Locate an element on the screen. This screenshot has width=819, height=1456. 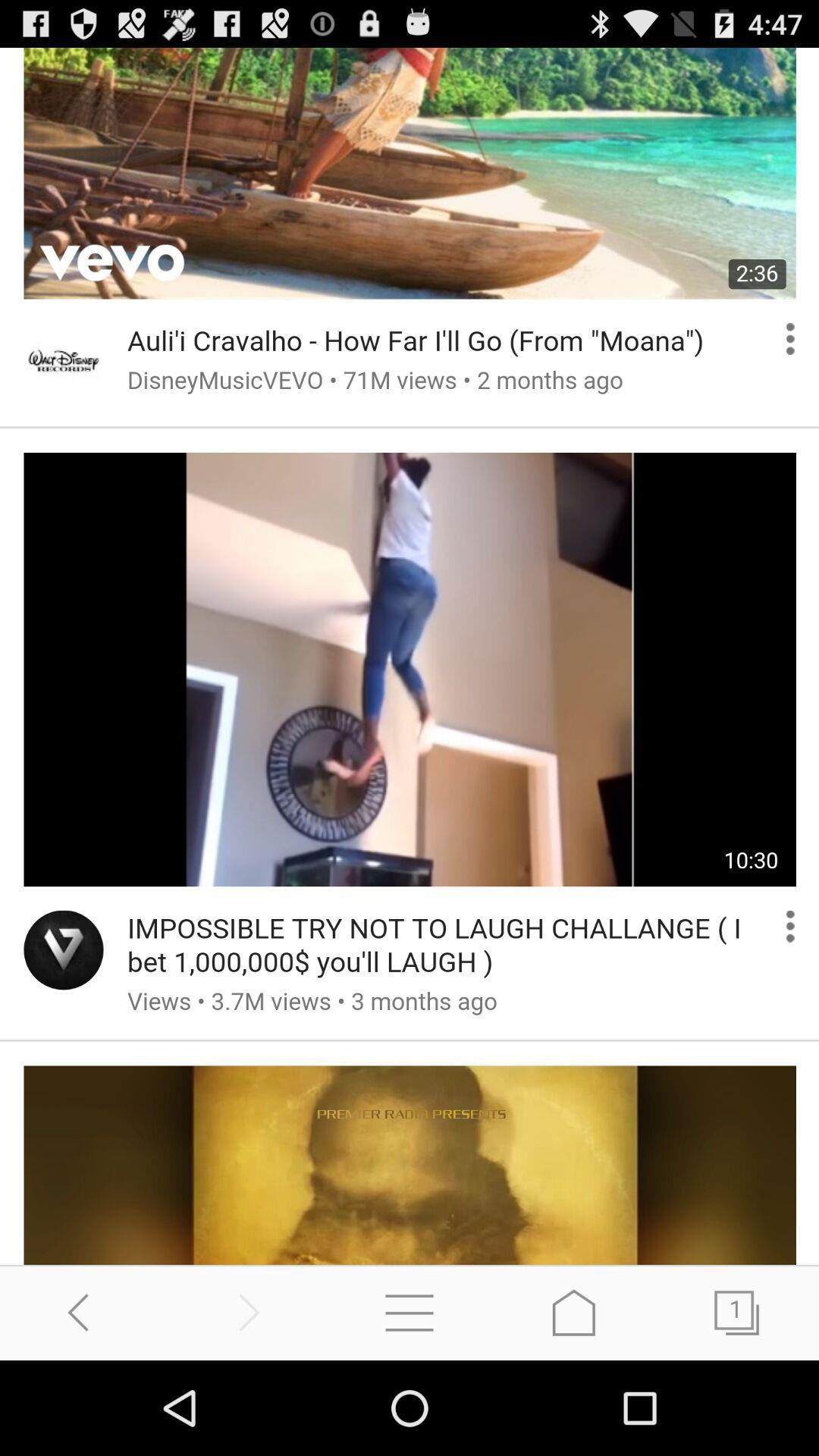
alerta para as imagnes is located at coordinates (409, 656).